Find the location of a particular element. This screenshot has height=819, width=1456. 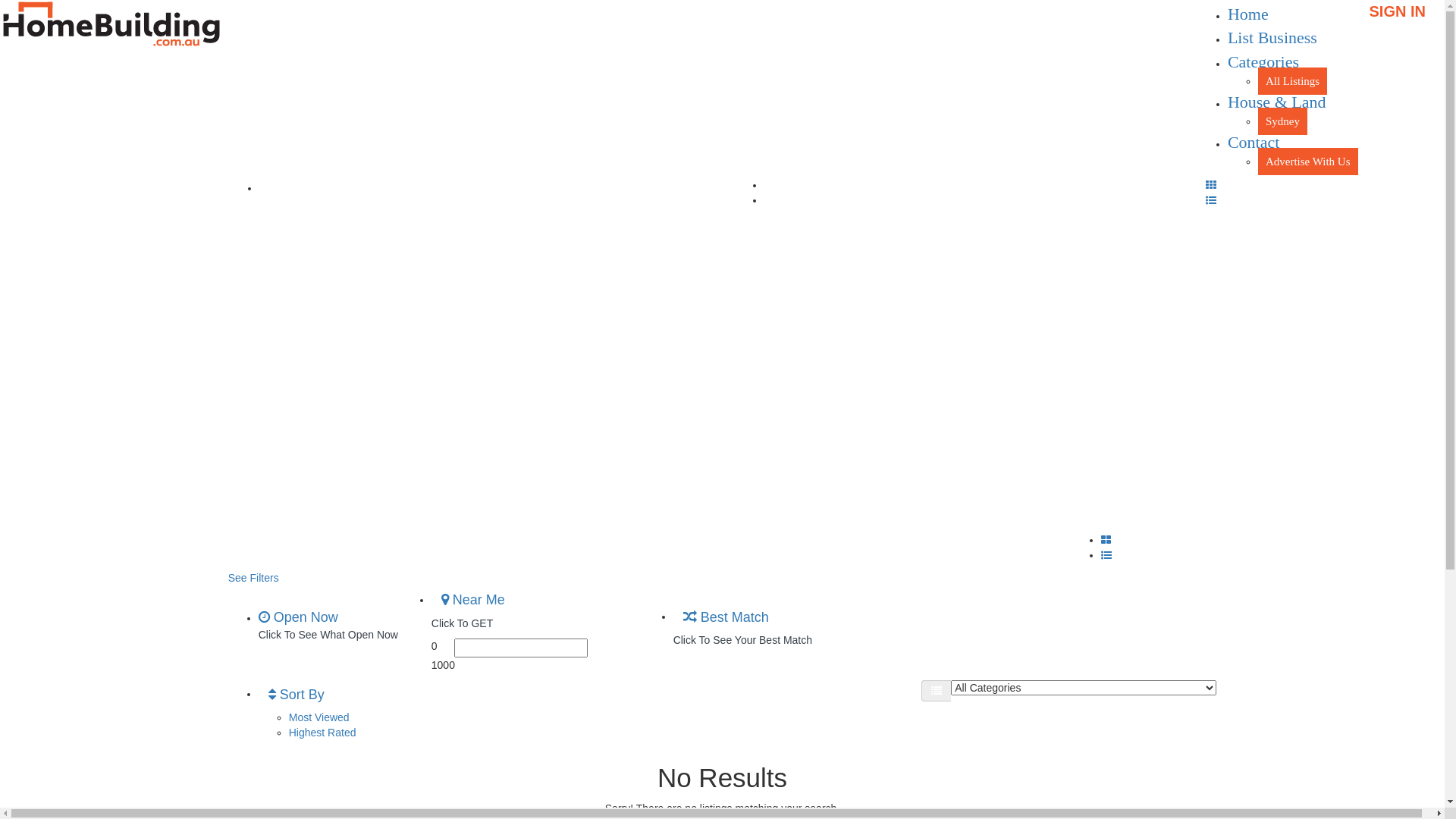

'See Filters' is located at coordinates (253, 578).